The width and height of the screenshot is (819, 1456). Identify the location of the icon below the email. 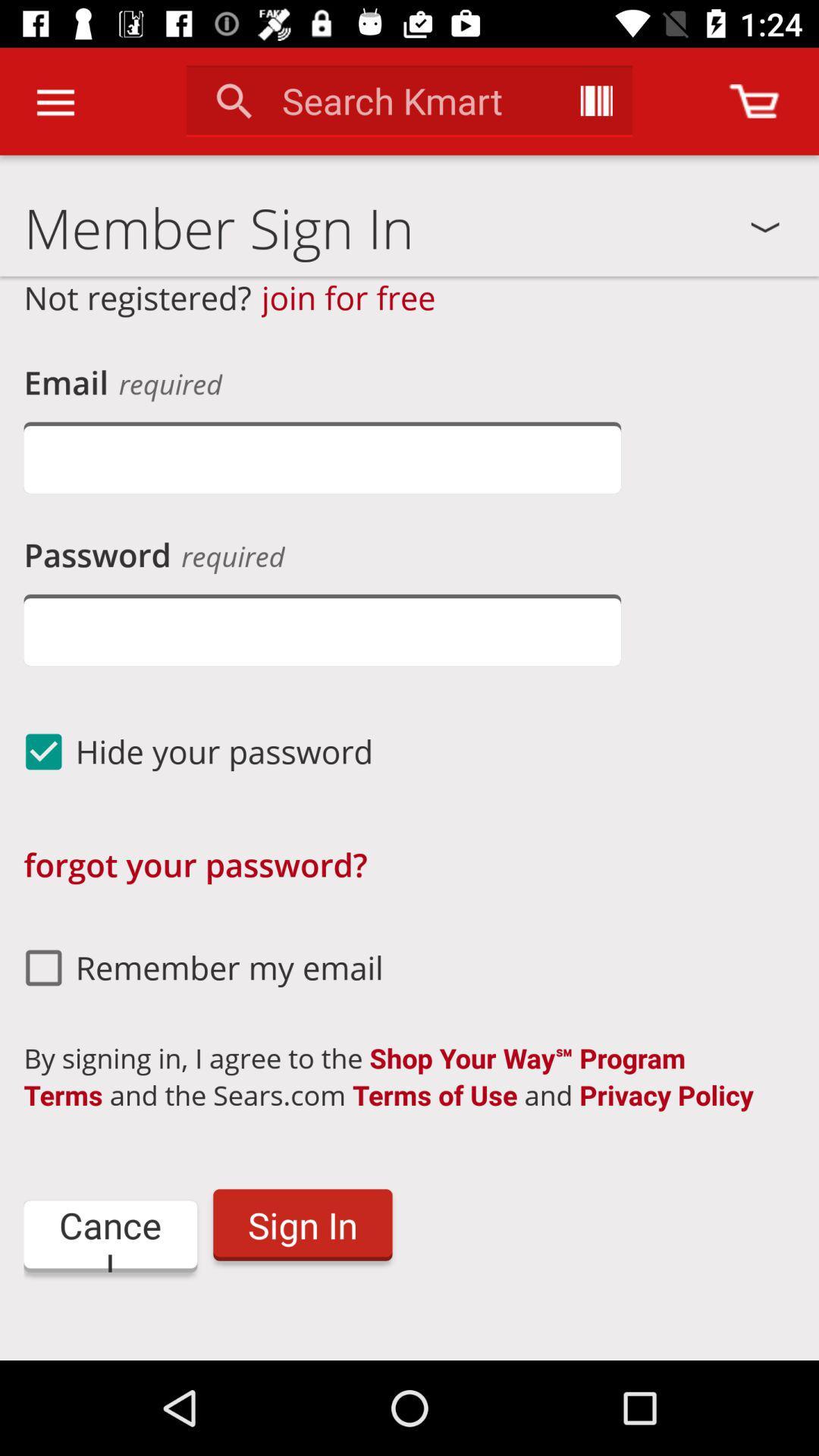
(322, 457).